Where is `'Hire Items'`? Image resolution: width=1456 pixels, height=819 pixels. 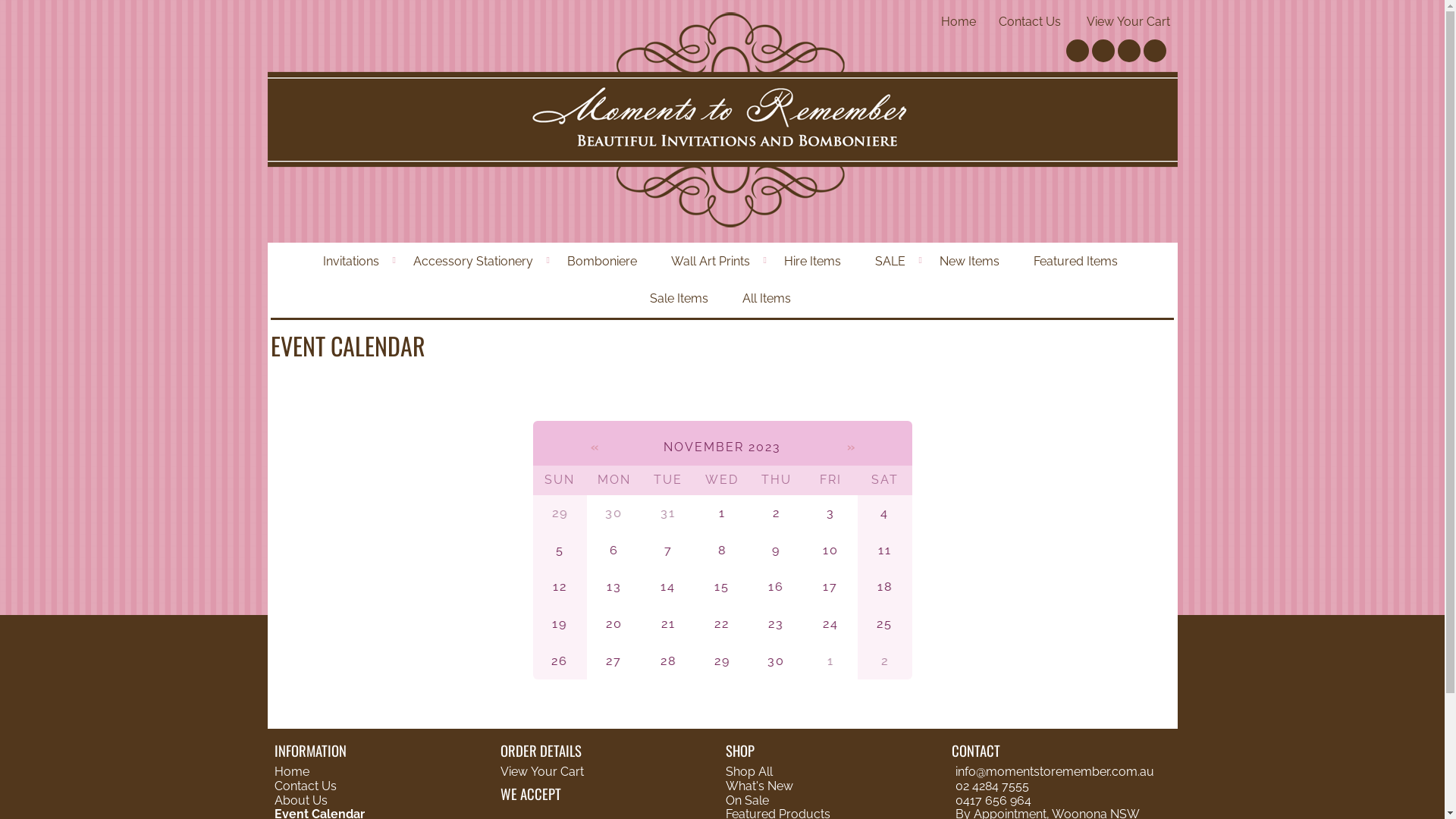
'Hire Items' is located at coordinates (814, 261).